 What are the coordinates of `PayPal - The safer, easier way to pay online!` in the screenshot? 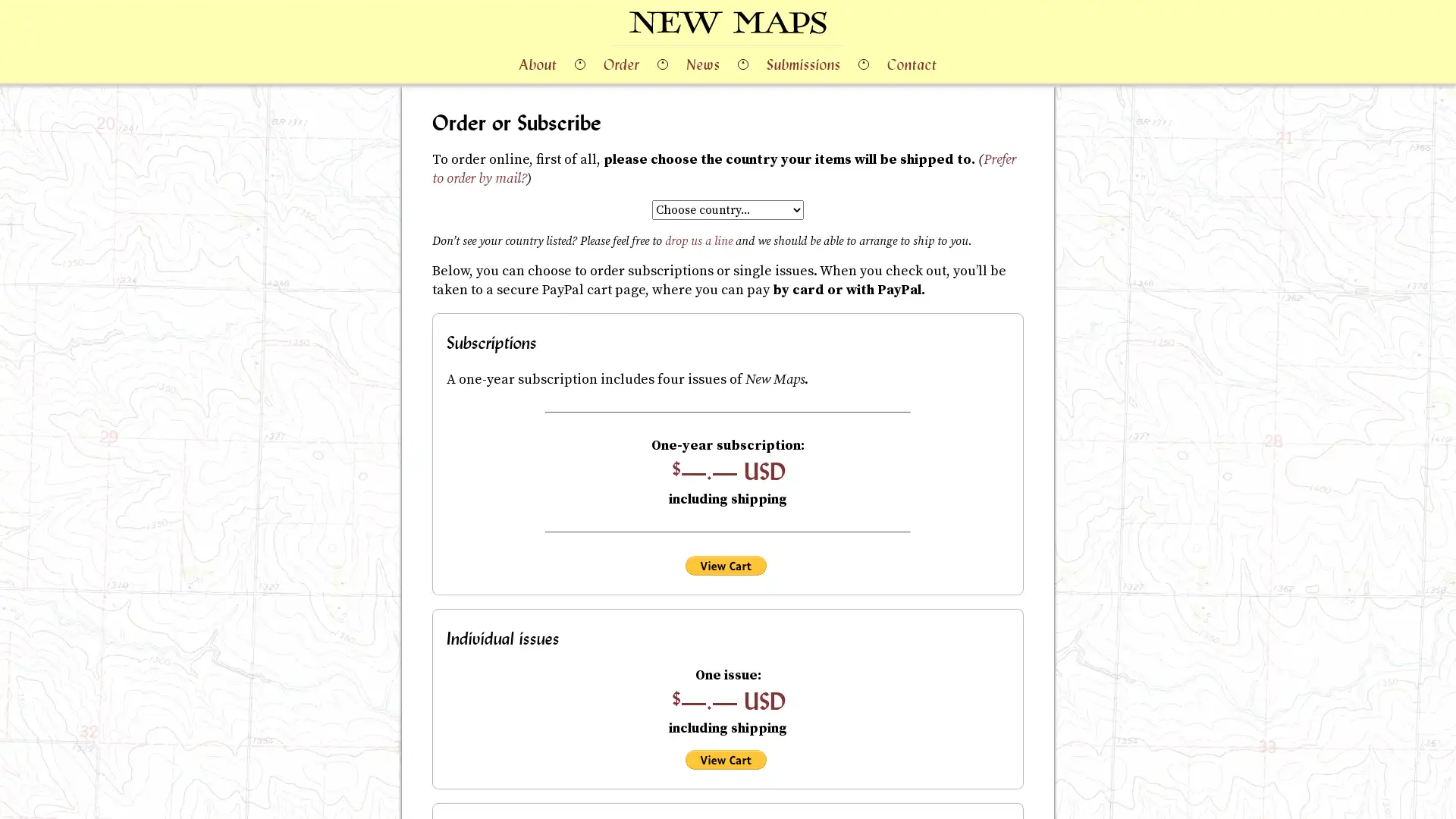 It's located at (725, 759).